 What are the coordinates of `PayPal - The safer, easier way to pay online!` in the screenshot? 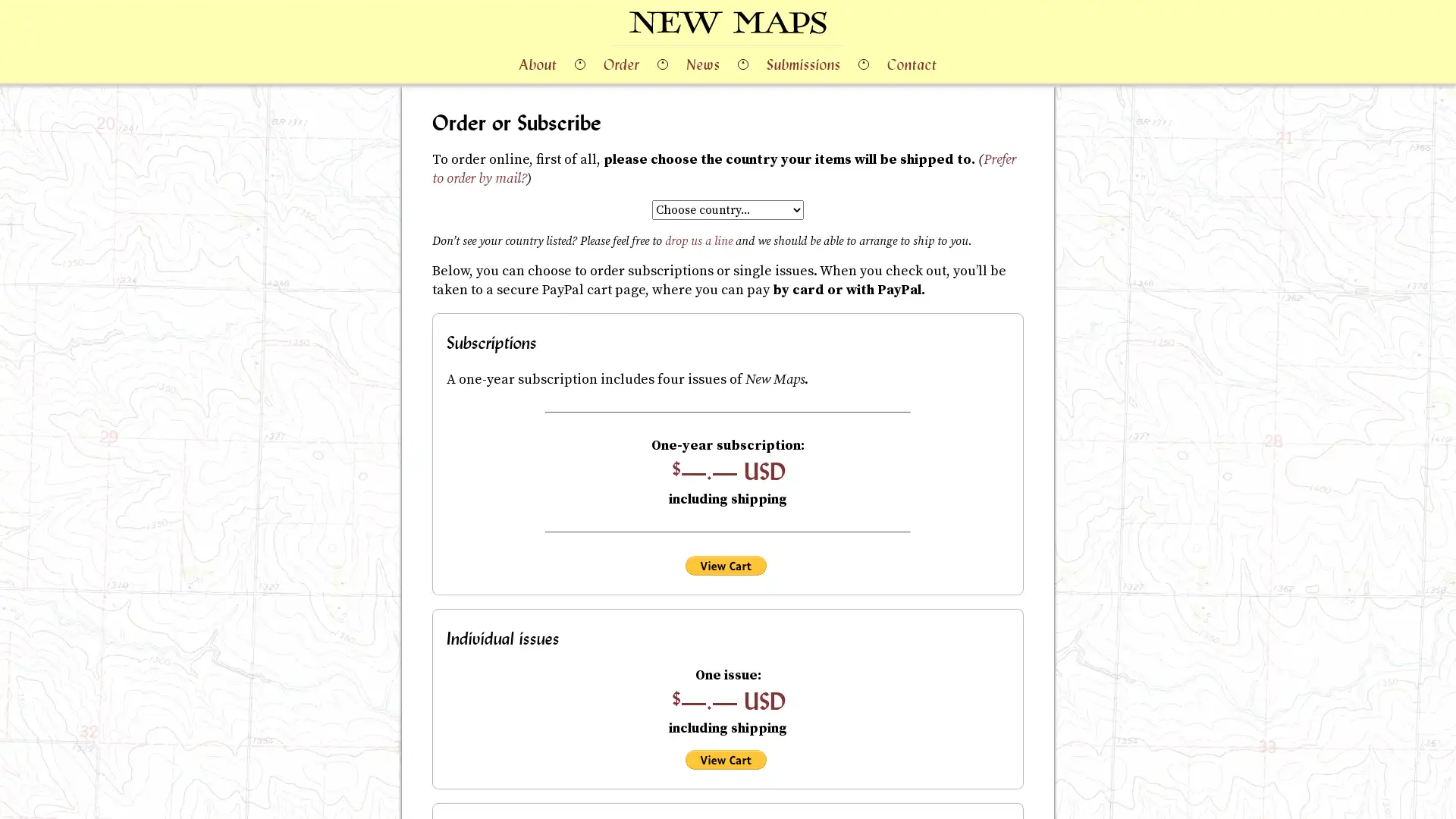 It's located at (725, 759).